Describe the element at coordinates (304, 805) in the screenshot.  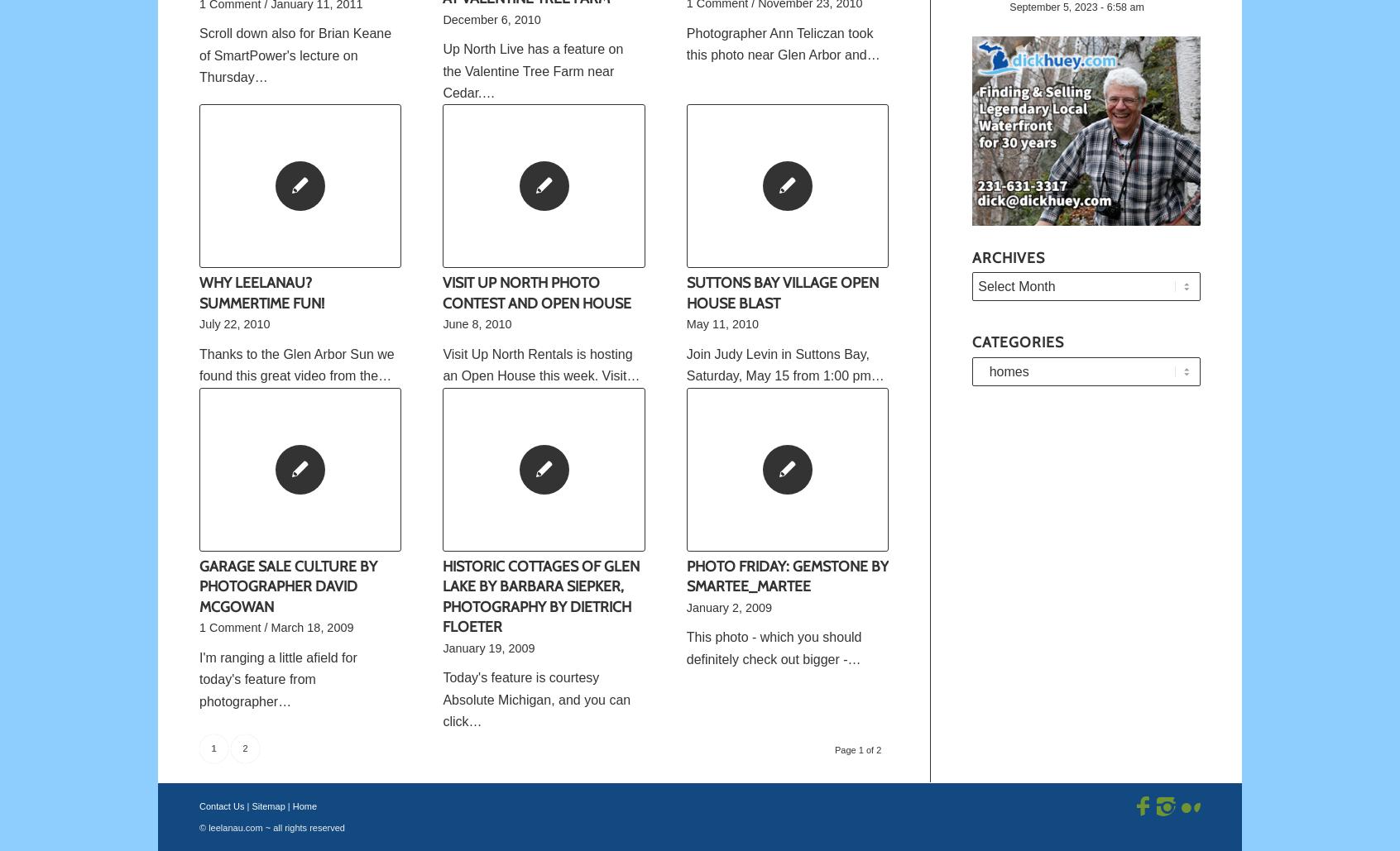
I see `'Home'` at that location.